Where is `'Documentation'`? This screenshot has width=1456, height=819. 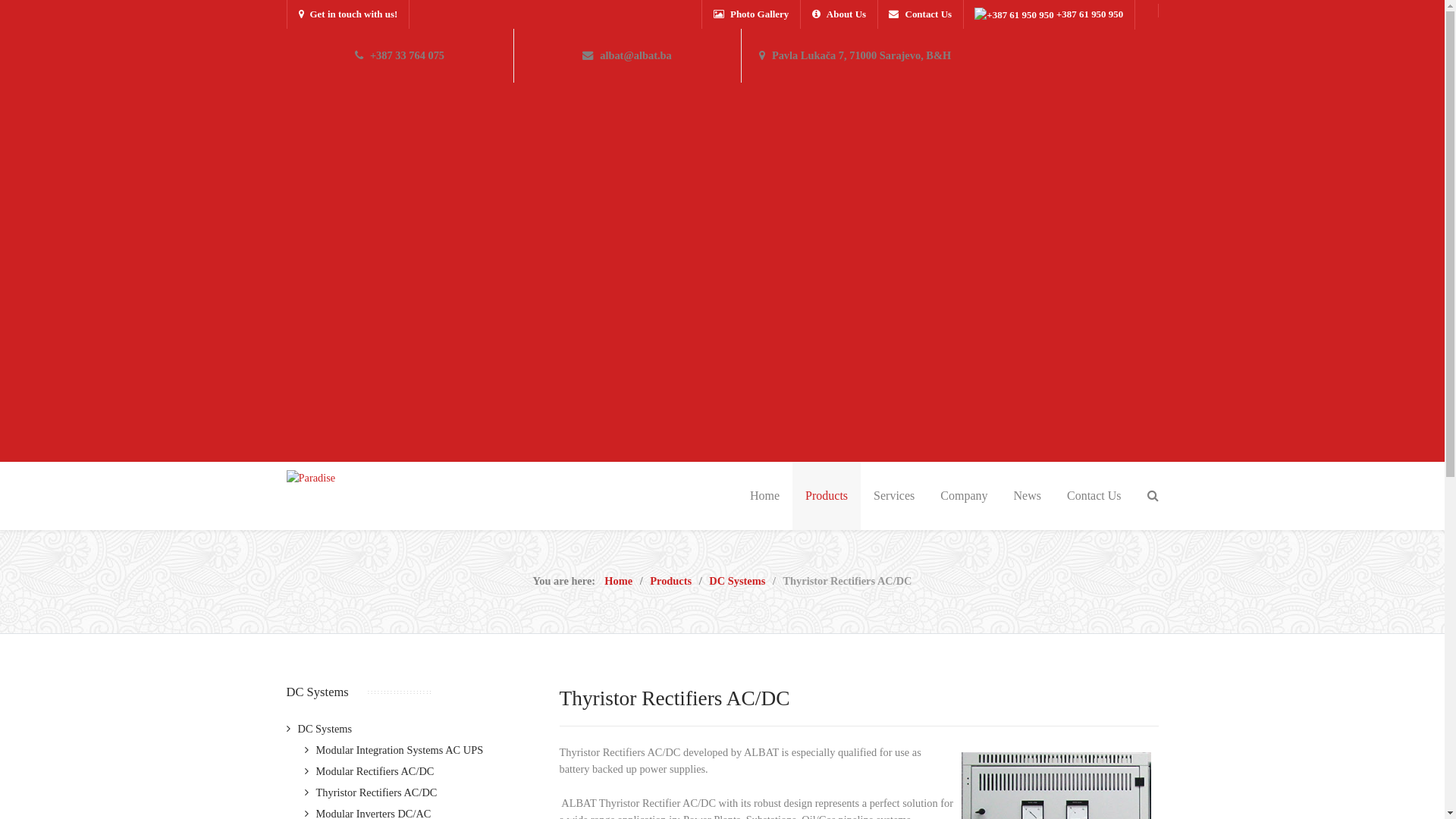
'Documentation' is located at coordinates (781, 579).